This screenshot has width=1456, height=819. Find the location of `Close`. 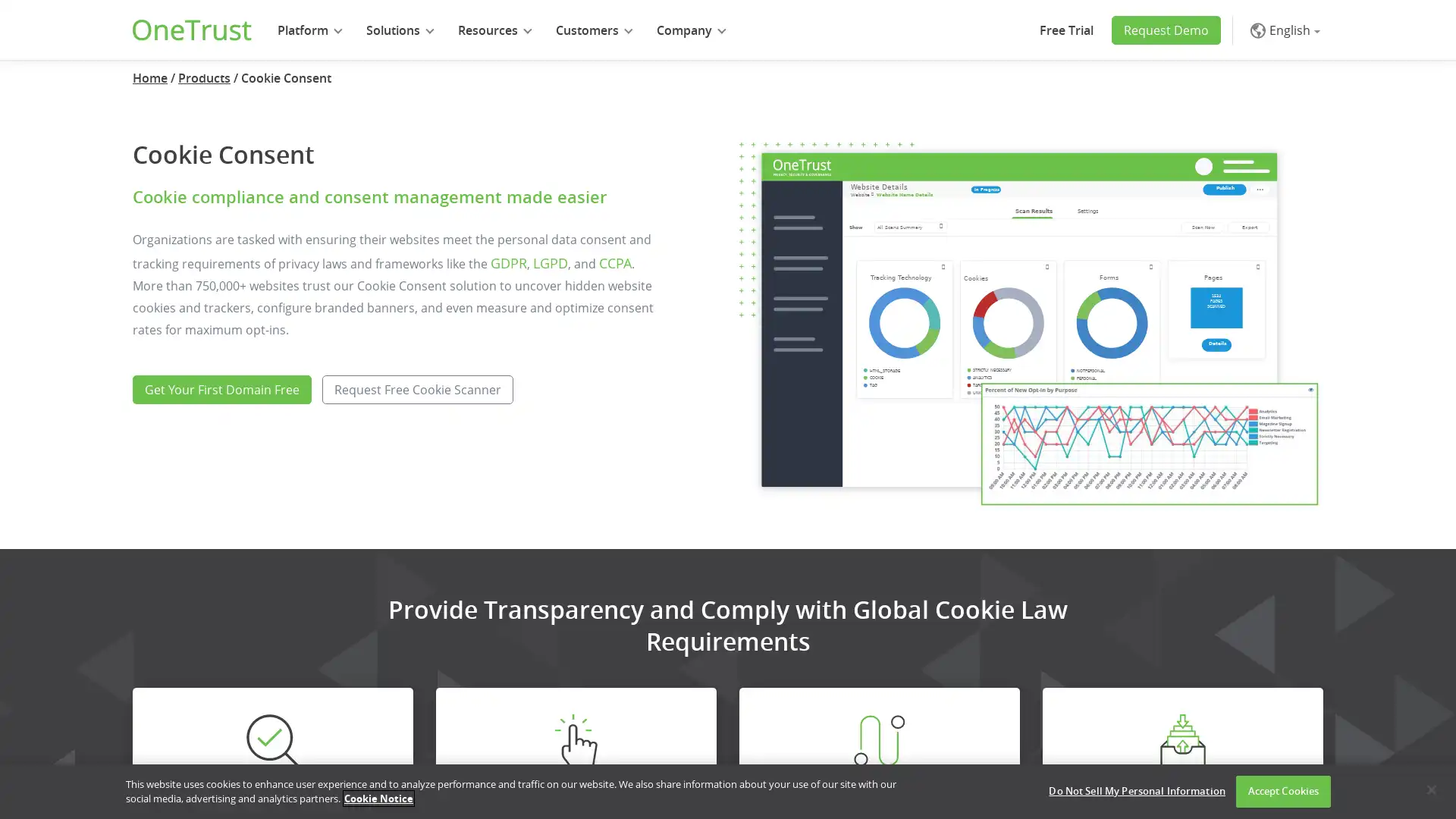

Close is located at coordinates (1430, 789).